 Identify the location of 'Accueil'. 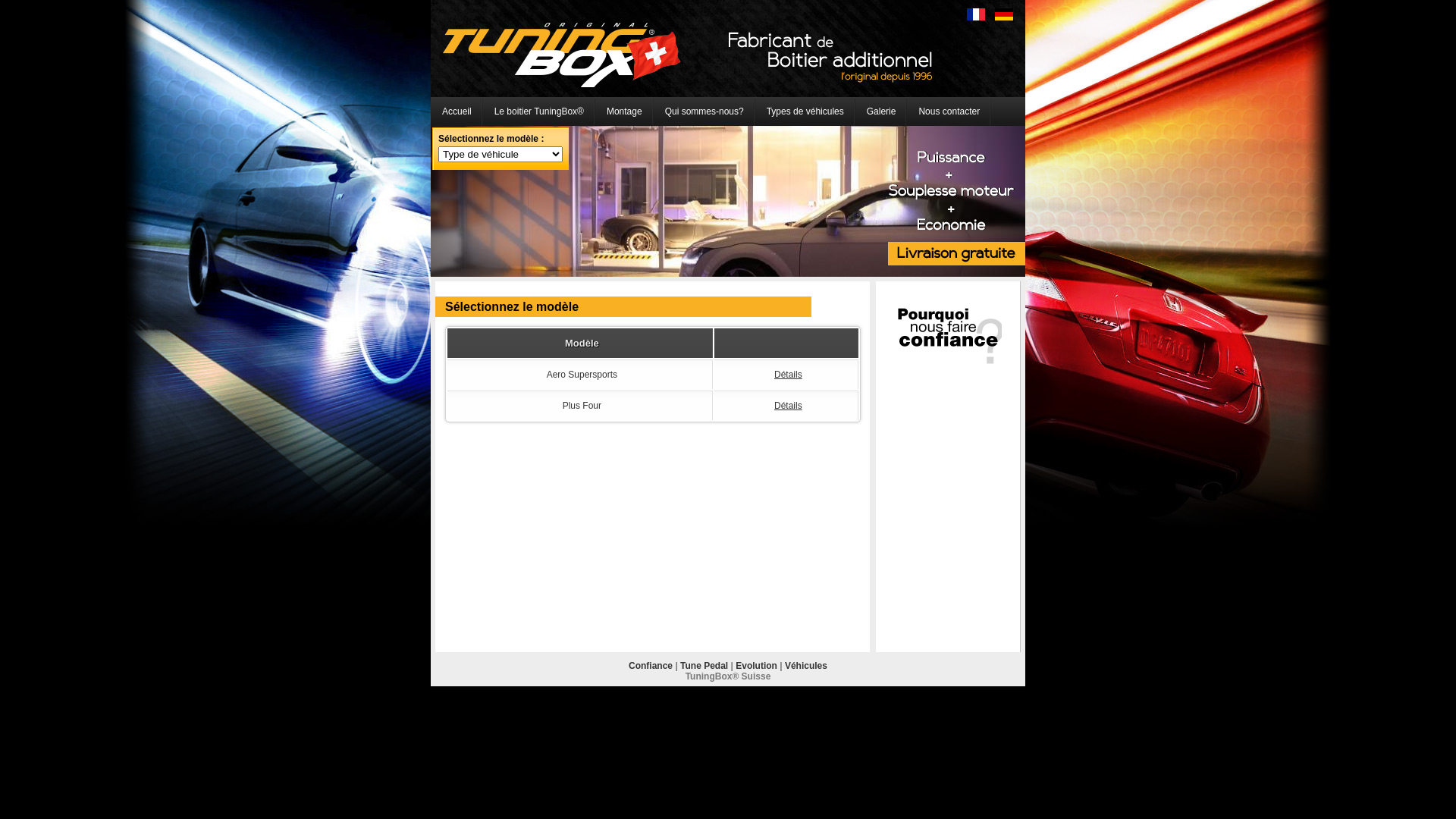
(456, 110).